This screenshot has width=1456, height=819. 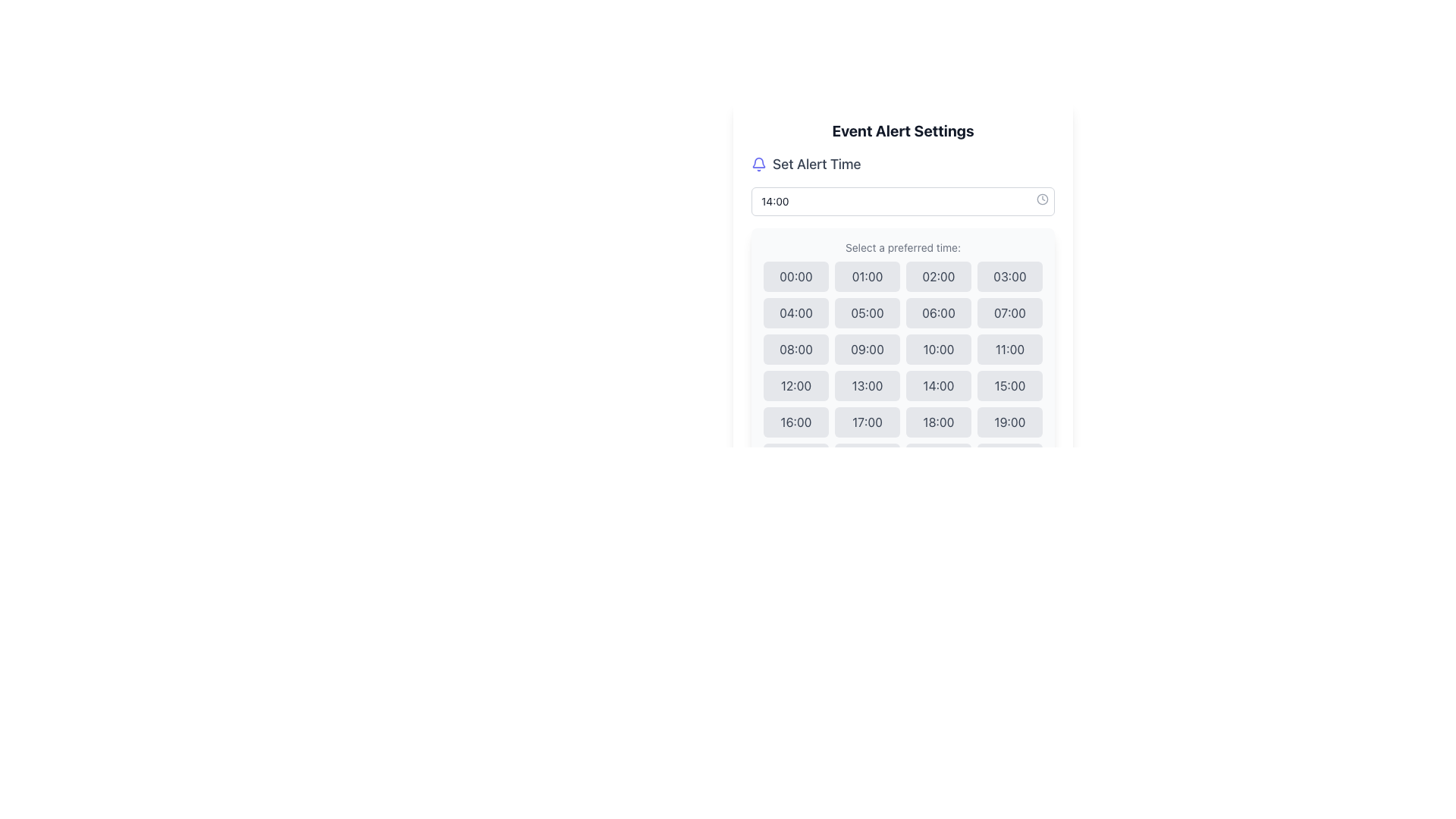 I want to click on the button for selecting '17:00', which is located in the fifth row and the second column of the time options grid, so click(x=867, y=422).